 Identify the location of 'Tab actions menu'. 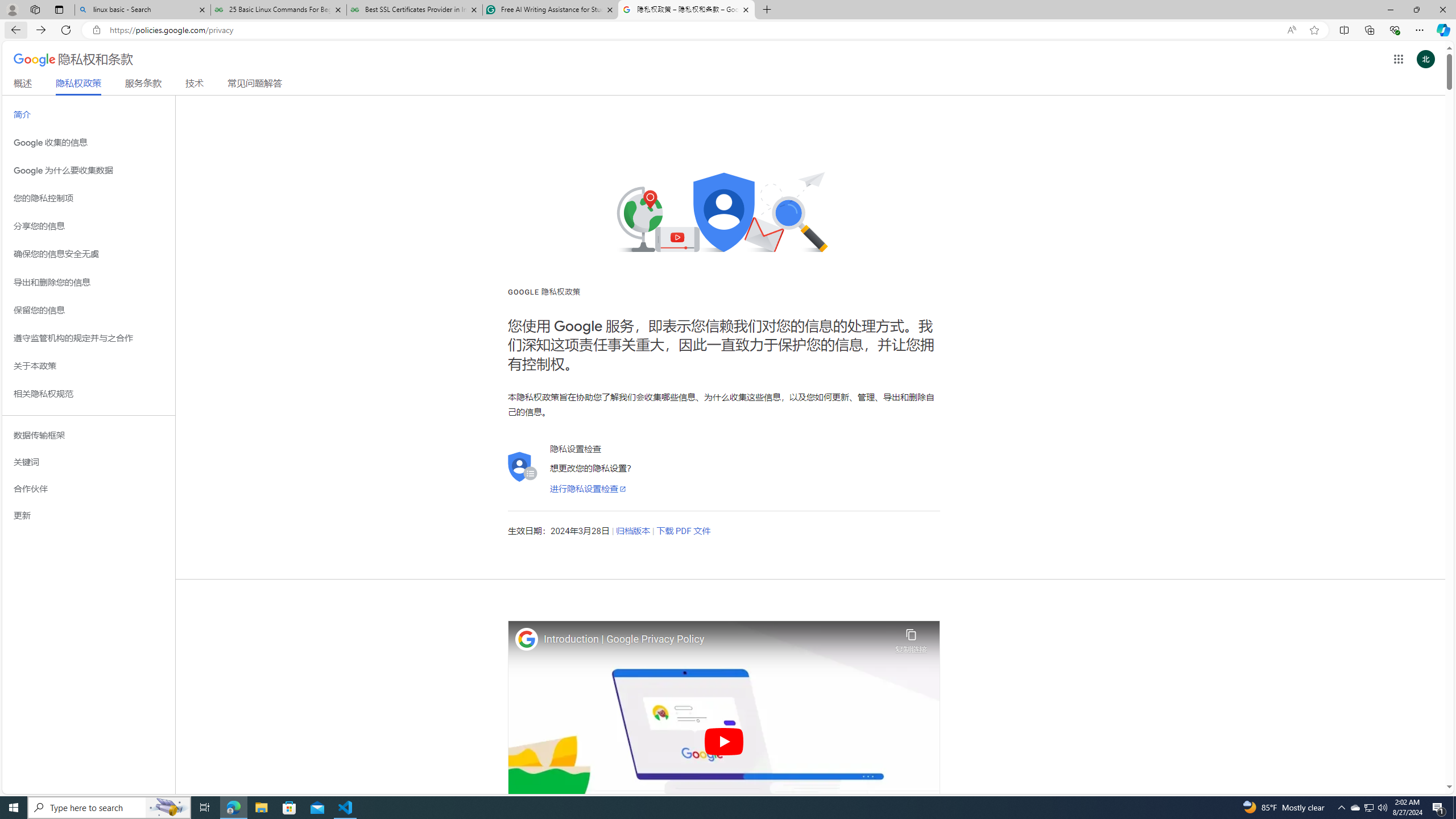
(58, 9).